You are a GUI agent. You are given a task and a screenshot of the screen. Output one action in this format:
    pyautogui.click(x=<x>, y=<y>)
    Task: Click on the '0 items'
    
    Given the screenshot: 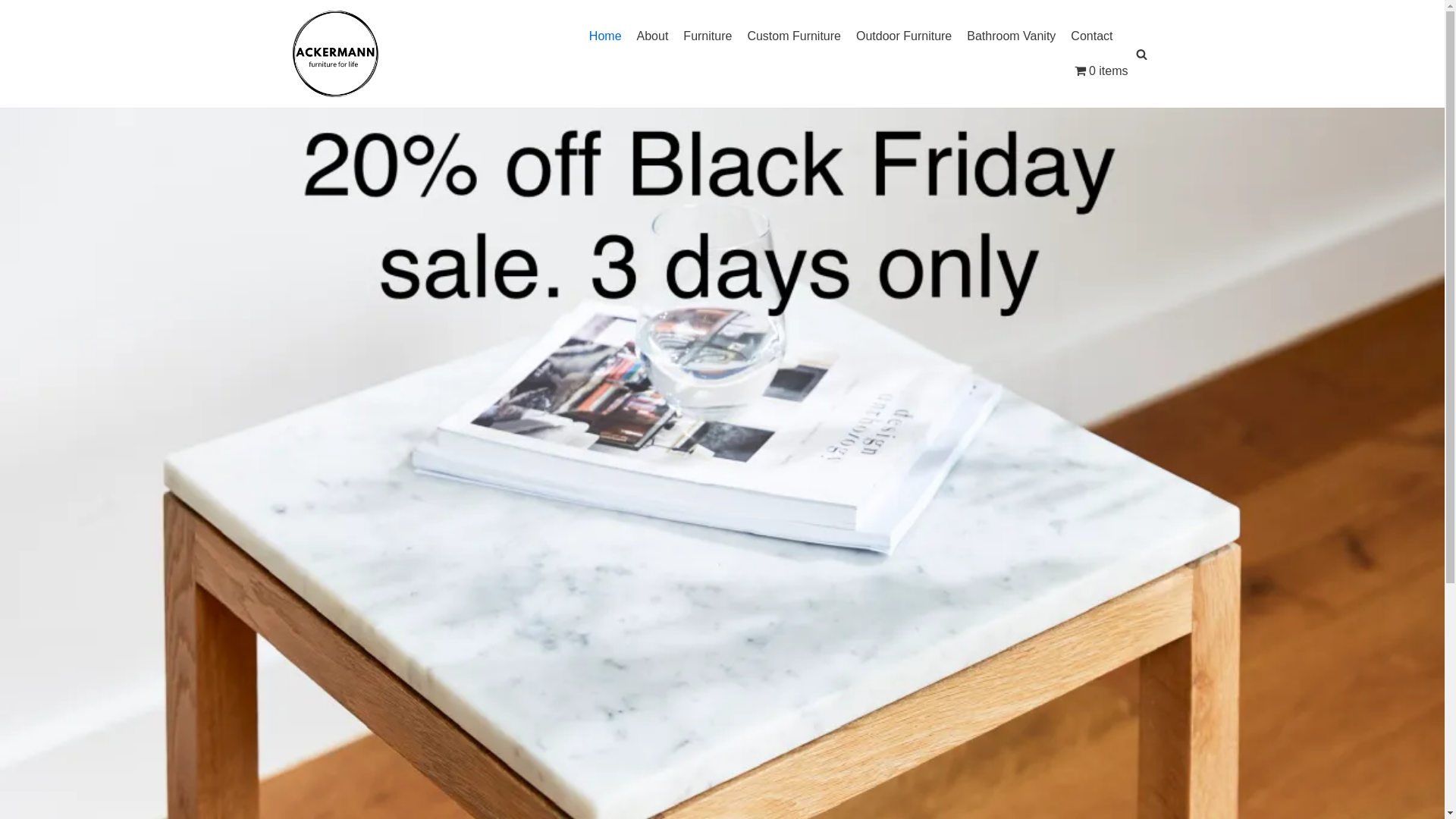 What is the action you would take?
    pyautogui.click(x=1101, y=71)
    